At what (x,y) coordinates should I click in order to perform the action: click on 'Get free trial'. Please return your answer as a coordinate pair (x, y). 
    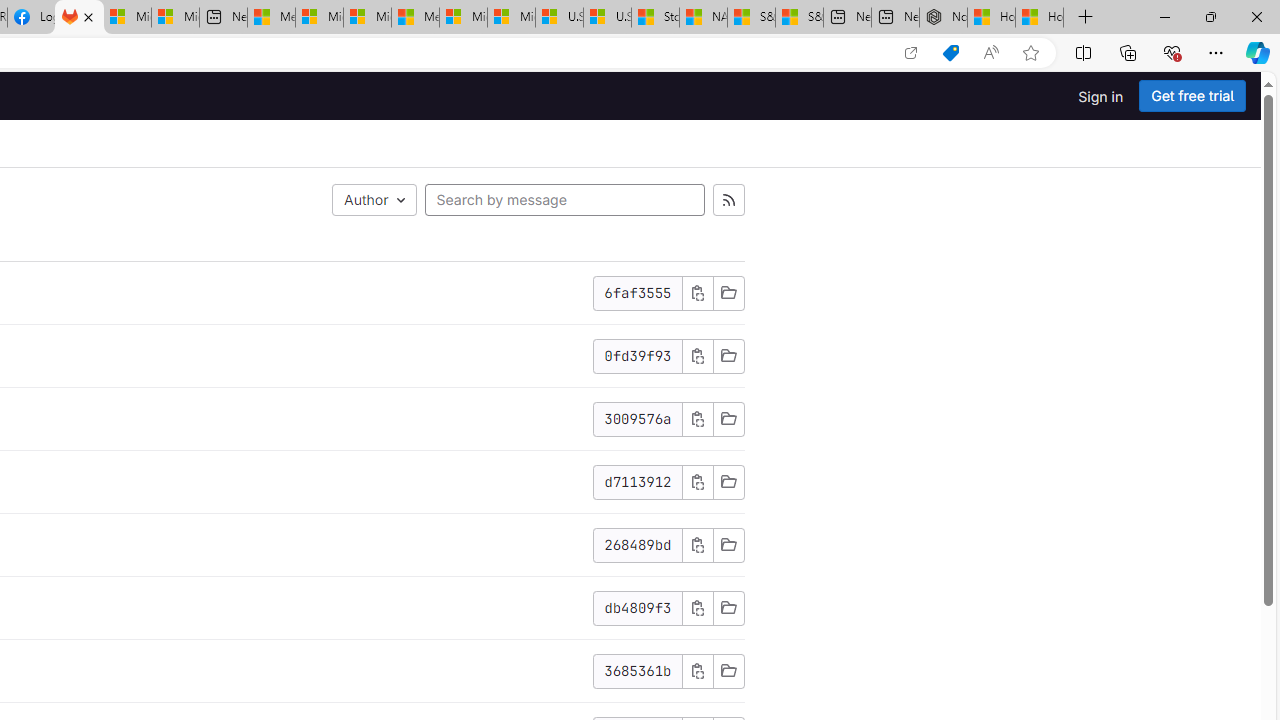
    Looking at the image, I should click on (1192, 96).